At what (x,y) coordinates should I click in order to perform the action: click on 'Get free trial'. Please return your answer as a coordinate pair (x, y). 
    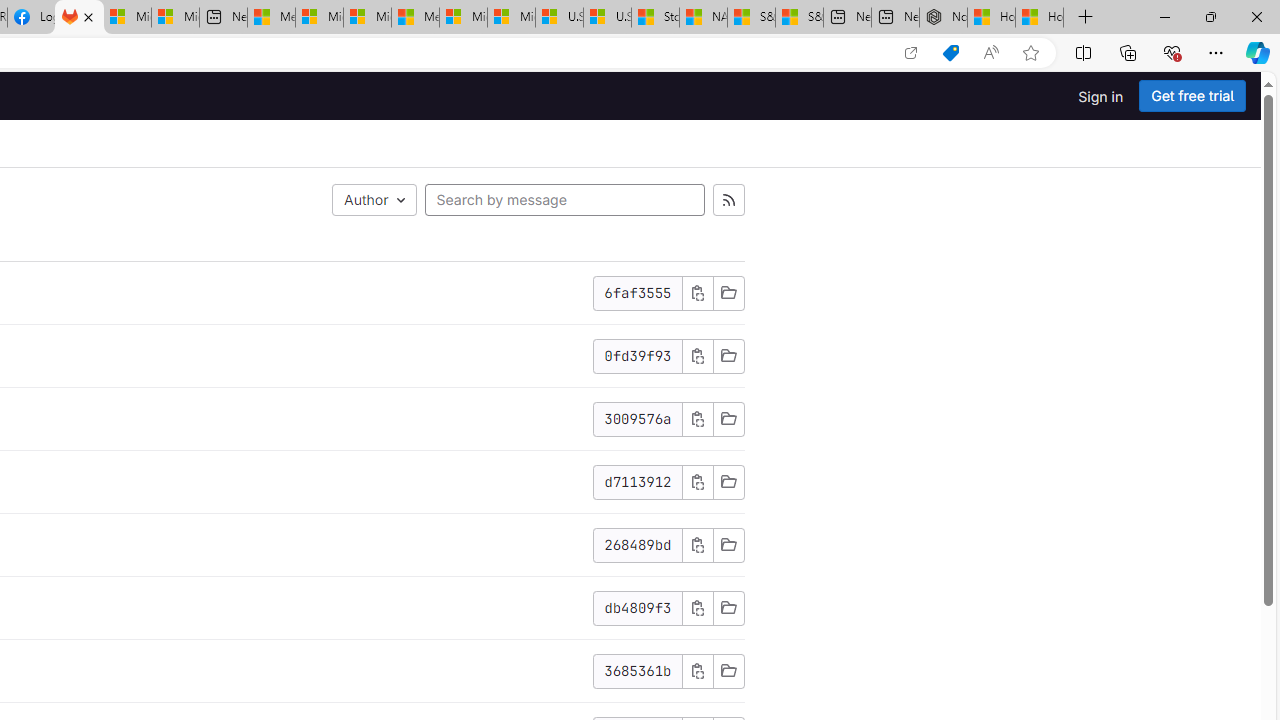
    Looking at the image, I should click on (1192, 96).